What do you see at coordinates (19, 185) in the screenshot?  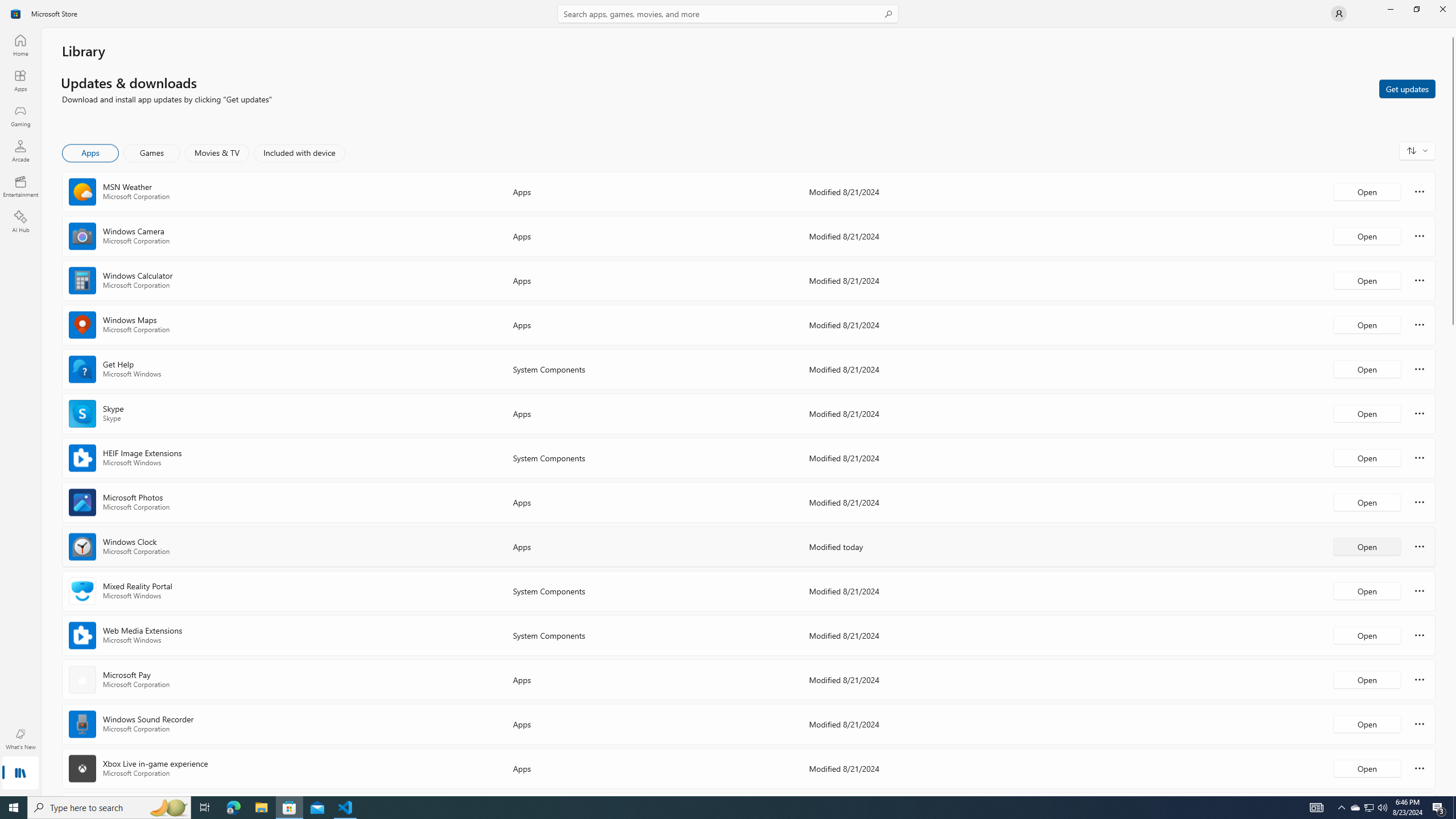 I see `'Entertainment'` at bounding box center [19, 185].